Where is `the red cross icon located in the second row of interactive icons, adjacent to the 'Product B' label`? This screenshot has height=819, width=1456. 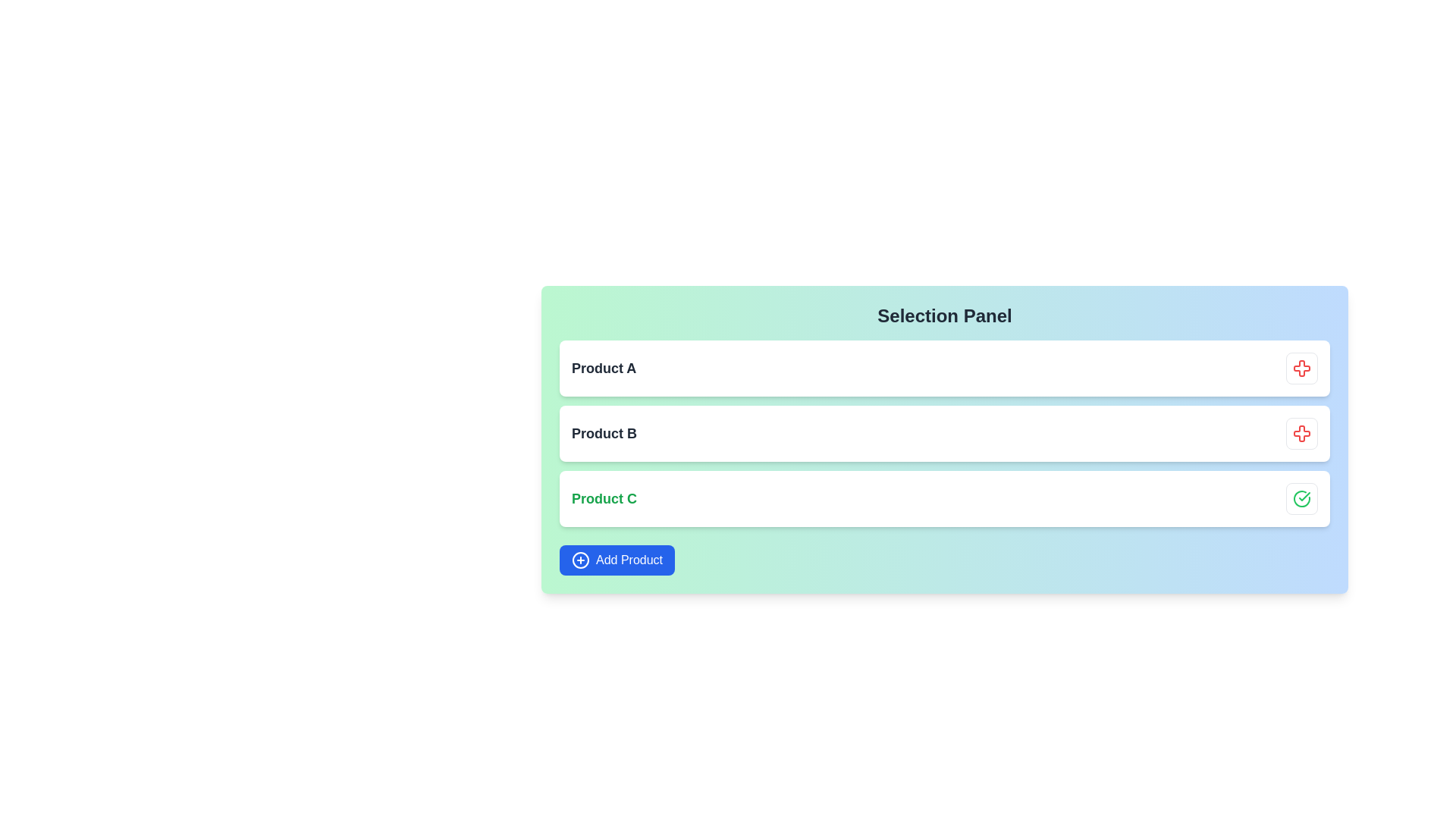
the red cross icon located in the second row of interactive icons, adjacent to the 'Product B' label is located at coordinates (1301, 369).